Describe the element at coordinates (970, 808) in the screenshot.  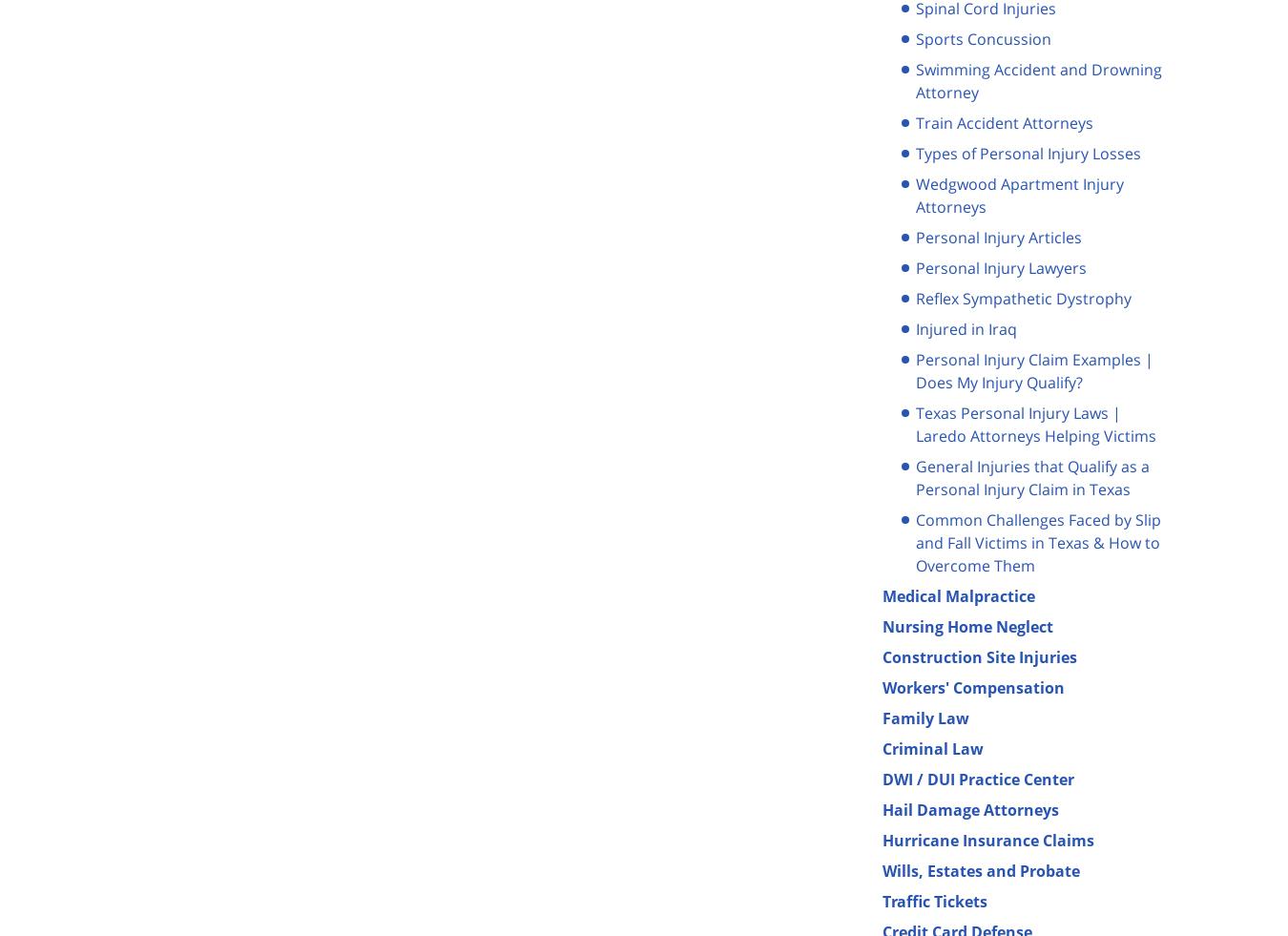
I see `'Hail Damage Attorneys'` at that location.